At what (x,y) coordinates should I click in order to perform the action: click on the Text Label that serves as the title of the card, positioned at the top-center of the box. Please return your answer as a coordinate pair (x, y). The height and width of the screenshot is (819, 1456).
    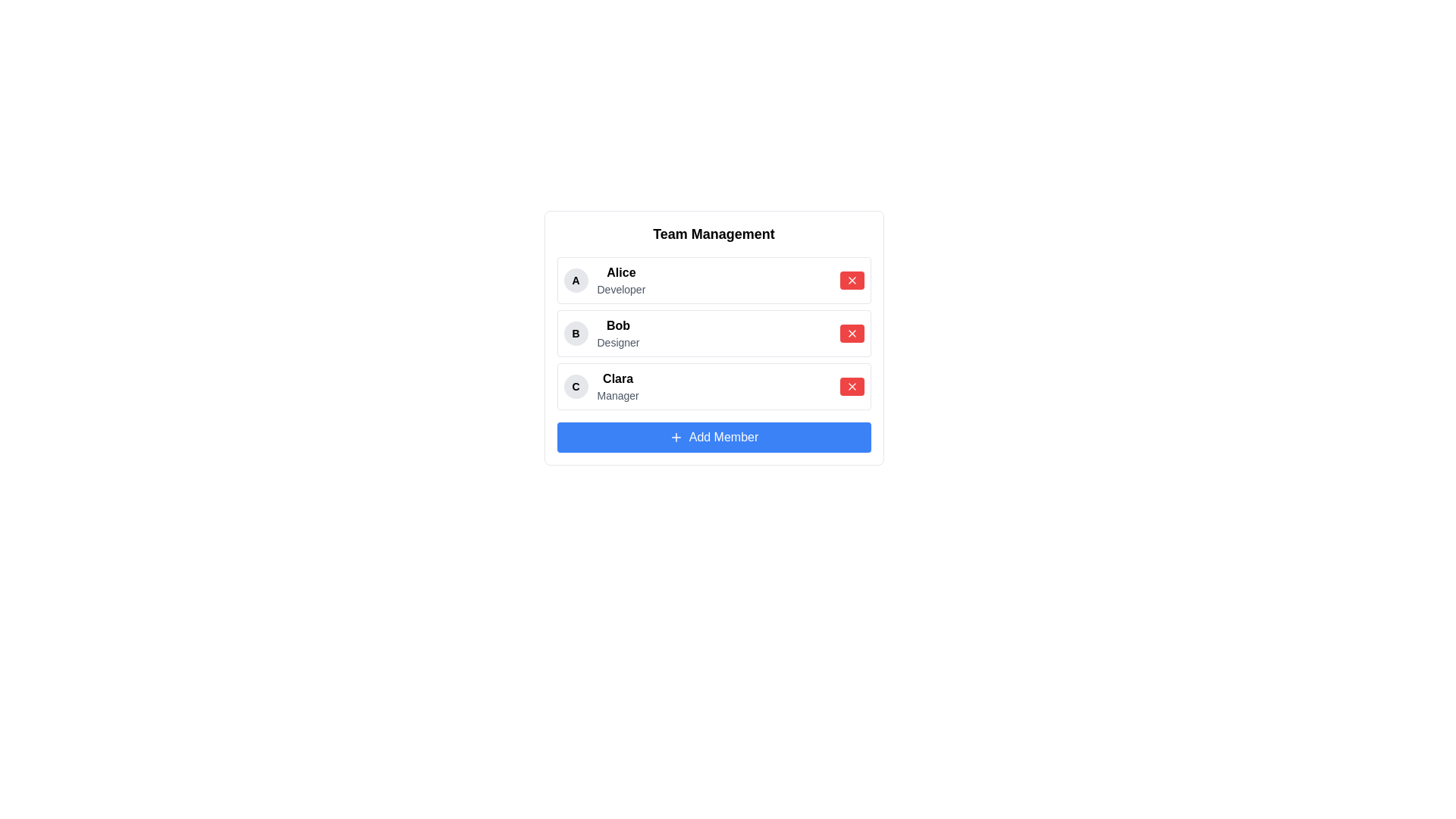
    Looking at the image, I should click on (713, 234).